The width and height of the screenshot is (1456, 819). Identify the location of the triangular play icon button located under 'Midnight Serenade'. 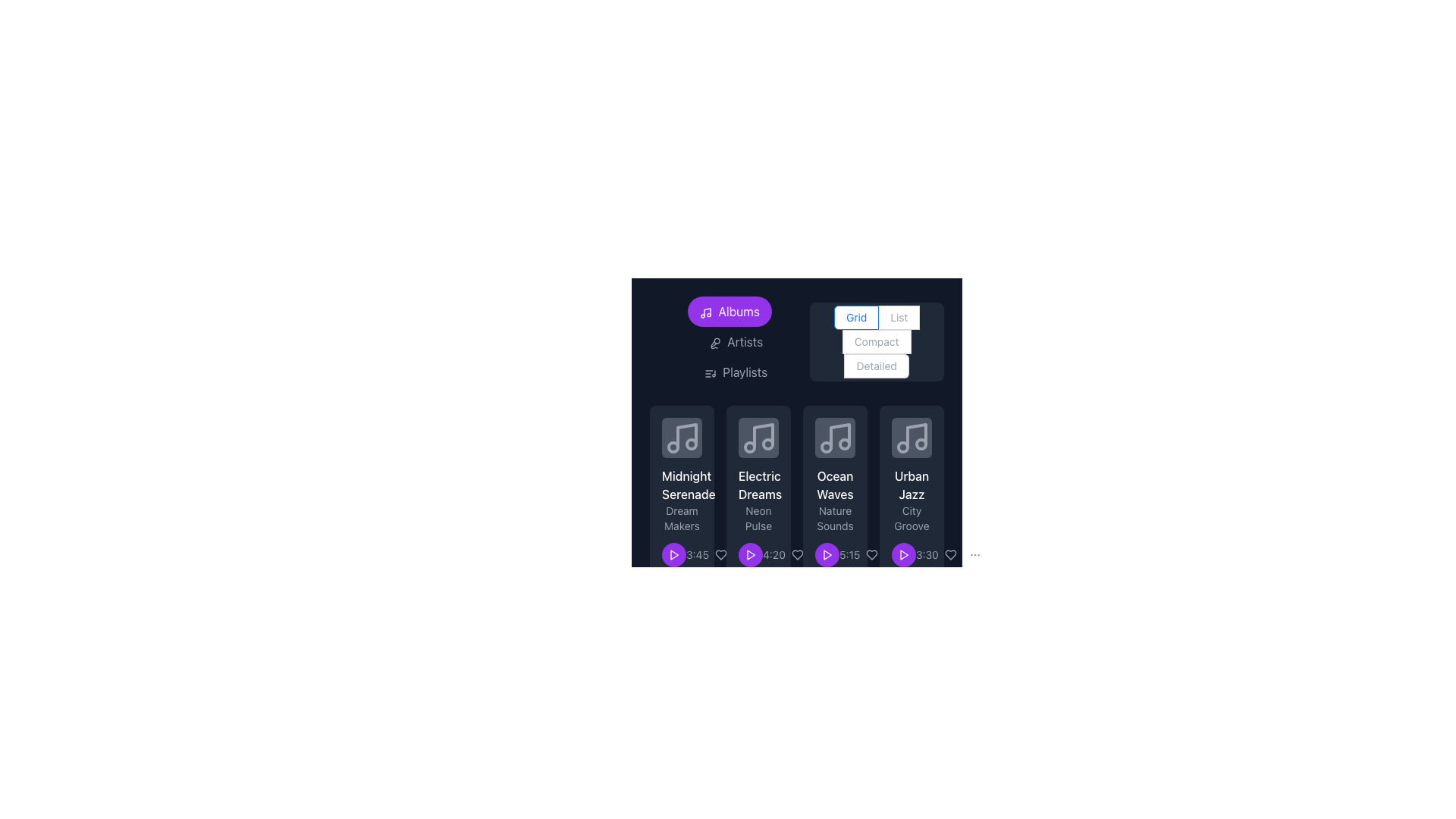
(673, 555).